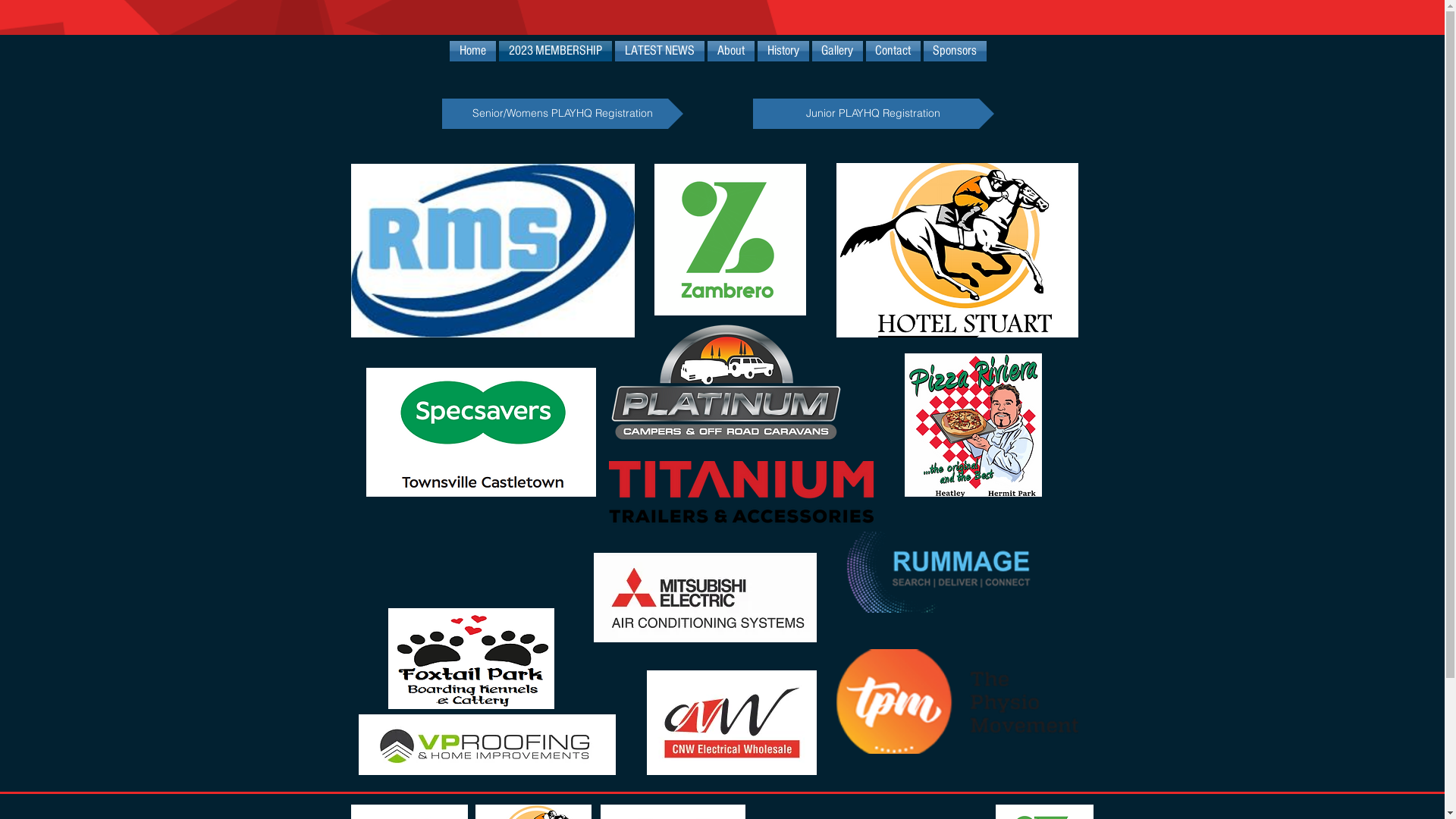 The height and width of the screenshot is (819, 1456). What do you see at coordinates (873, 113) in the screenshot?
I see `'Junior PLAYHQ Registration'` at bounding box center [873, 113].